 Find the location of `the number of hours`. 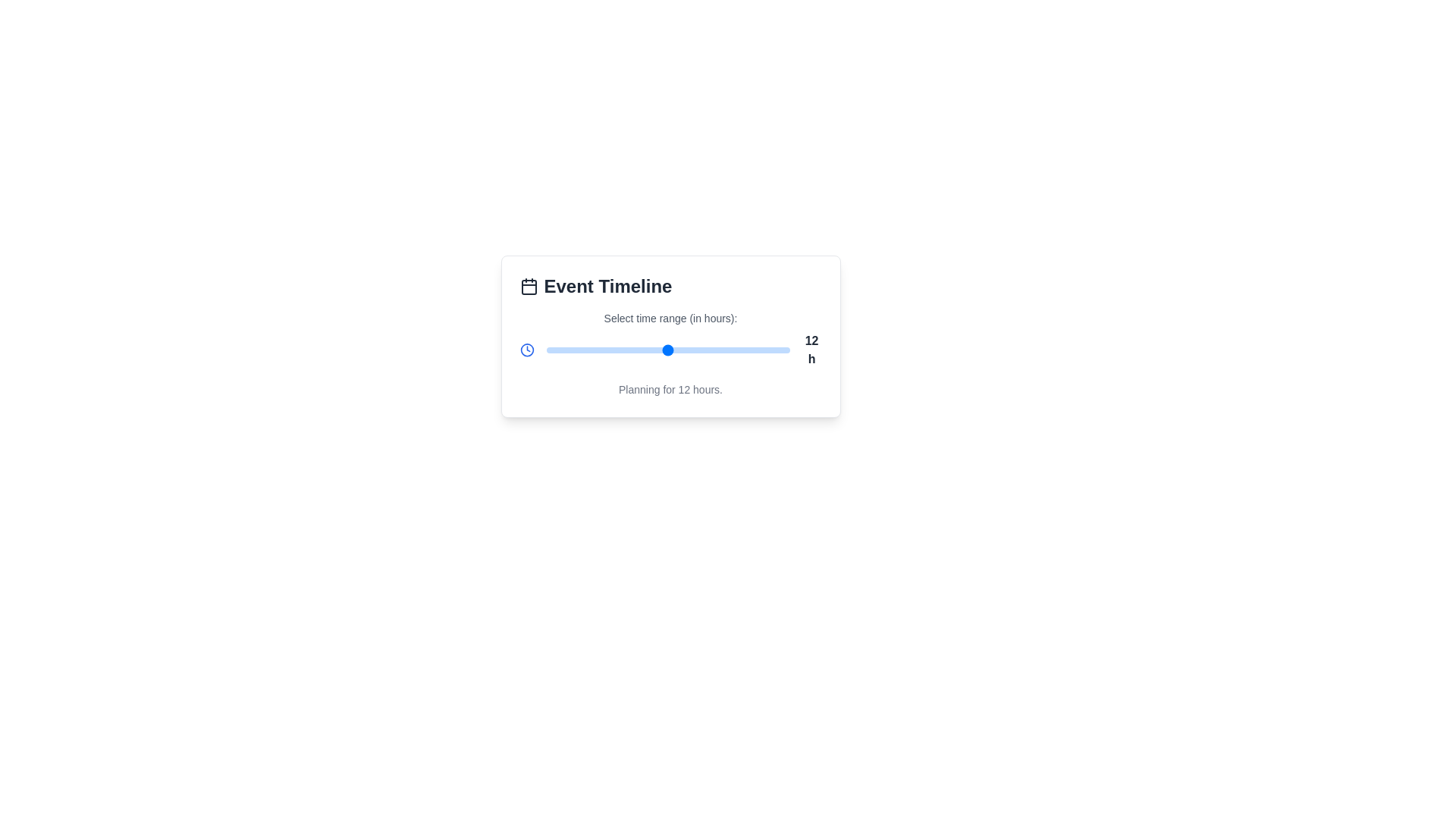

the number of hours is located at coordinates (759, 350).